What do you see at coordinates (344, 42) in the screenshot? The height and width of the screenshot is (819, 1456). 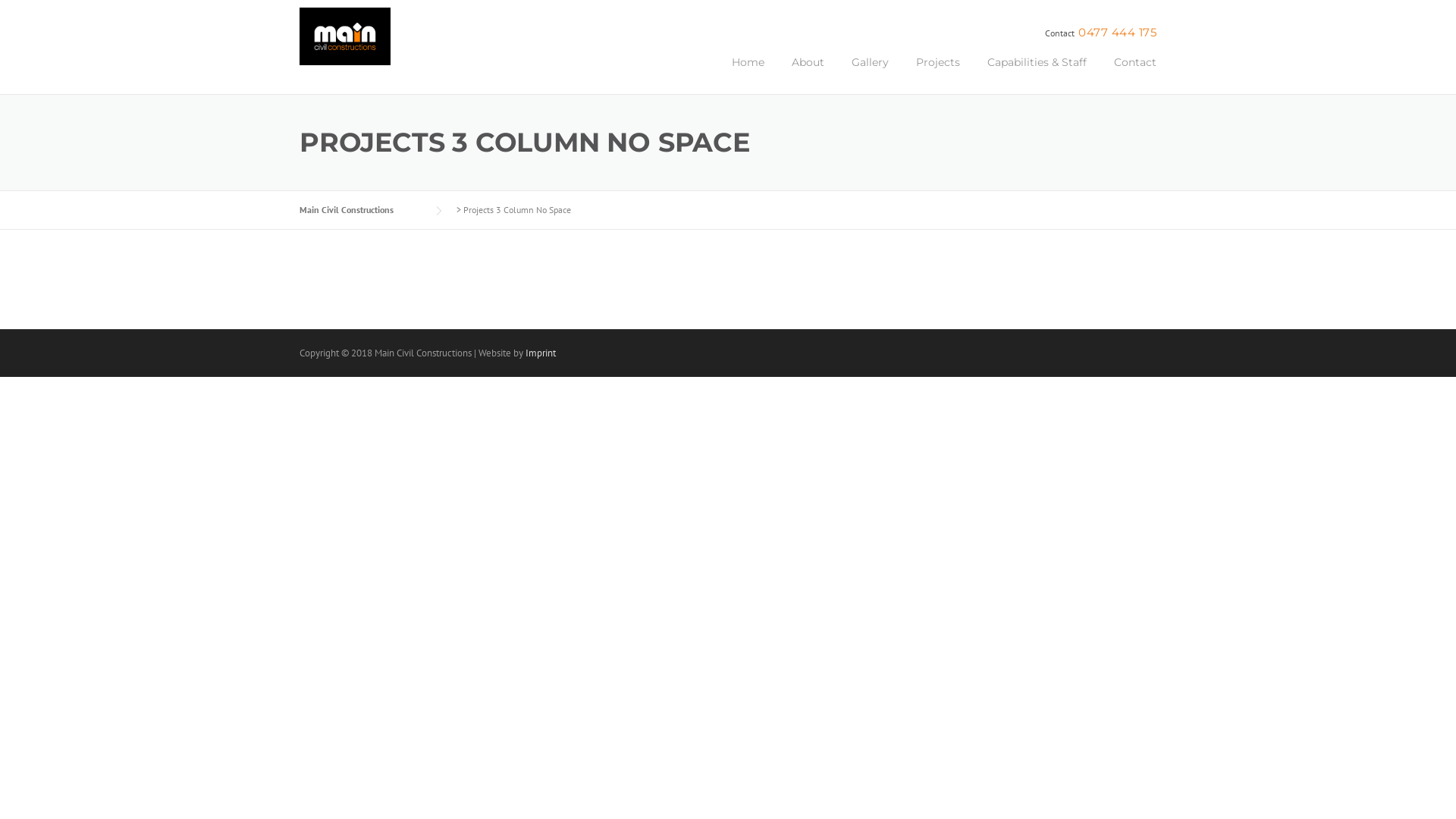 I see `'Main Civil Constructions'` at bounding box center [344, 42].